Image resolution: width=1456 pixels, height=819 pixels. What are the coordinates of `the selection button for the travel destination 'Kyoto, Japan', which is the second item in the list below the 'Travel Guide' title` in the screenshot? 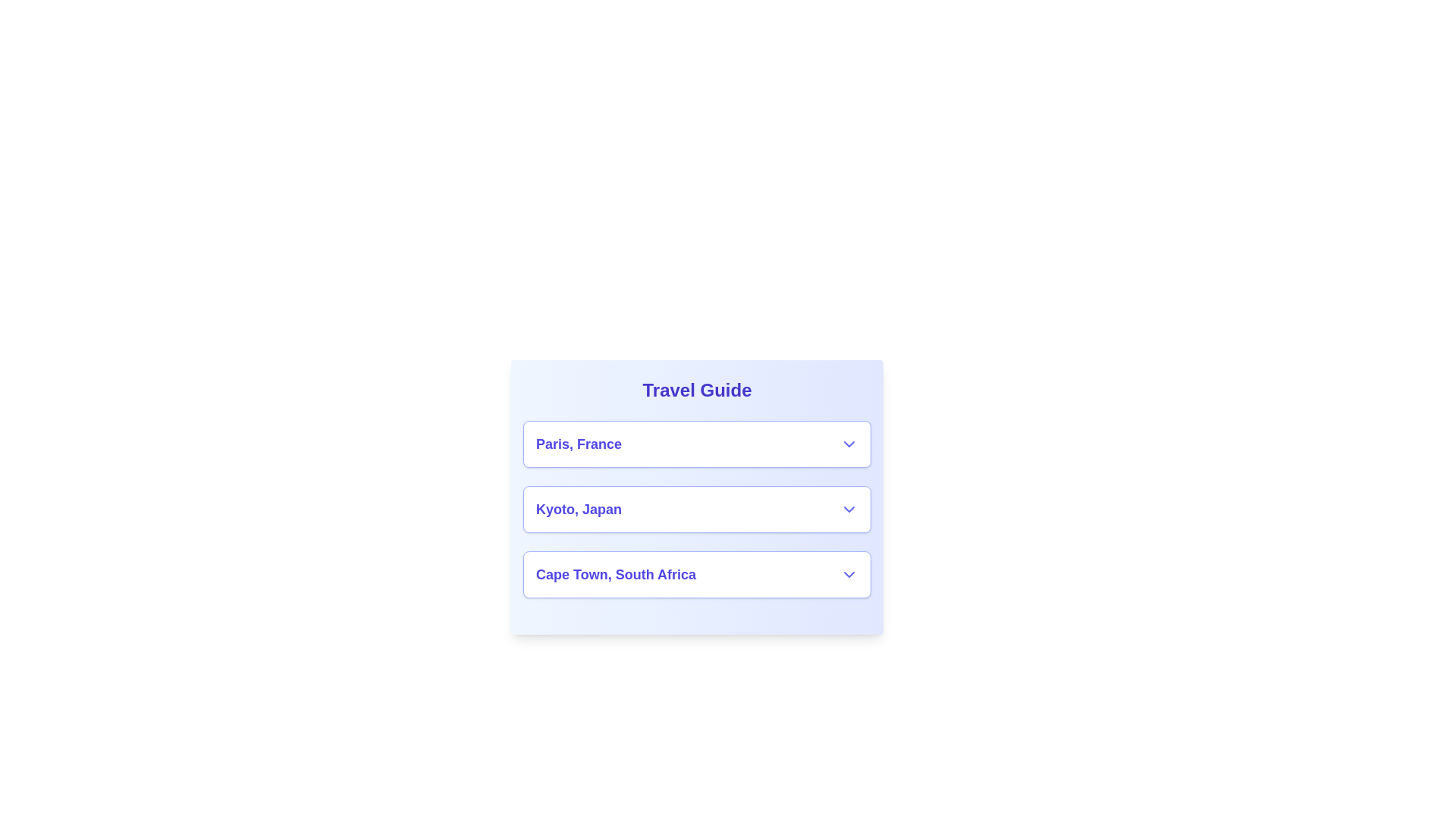 It's located at (696, 497).